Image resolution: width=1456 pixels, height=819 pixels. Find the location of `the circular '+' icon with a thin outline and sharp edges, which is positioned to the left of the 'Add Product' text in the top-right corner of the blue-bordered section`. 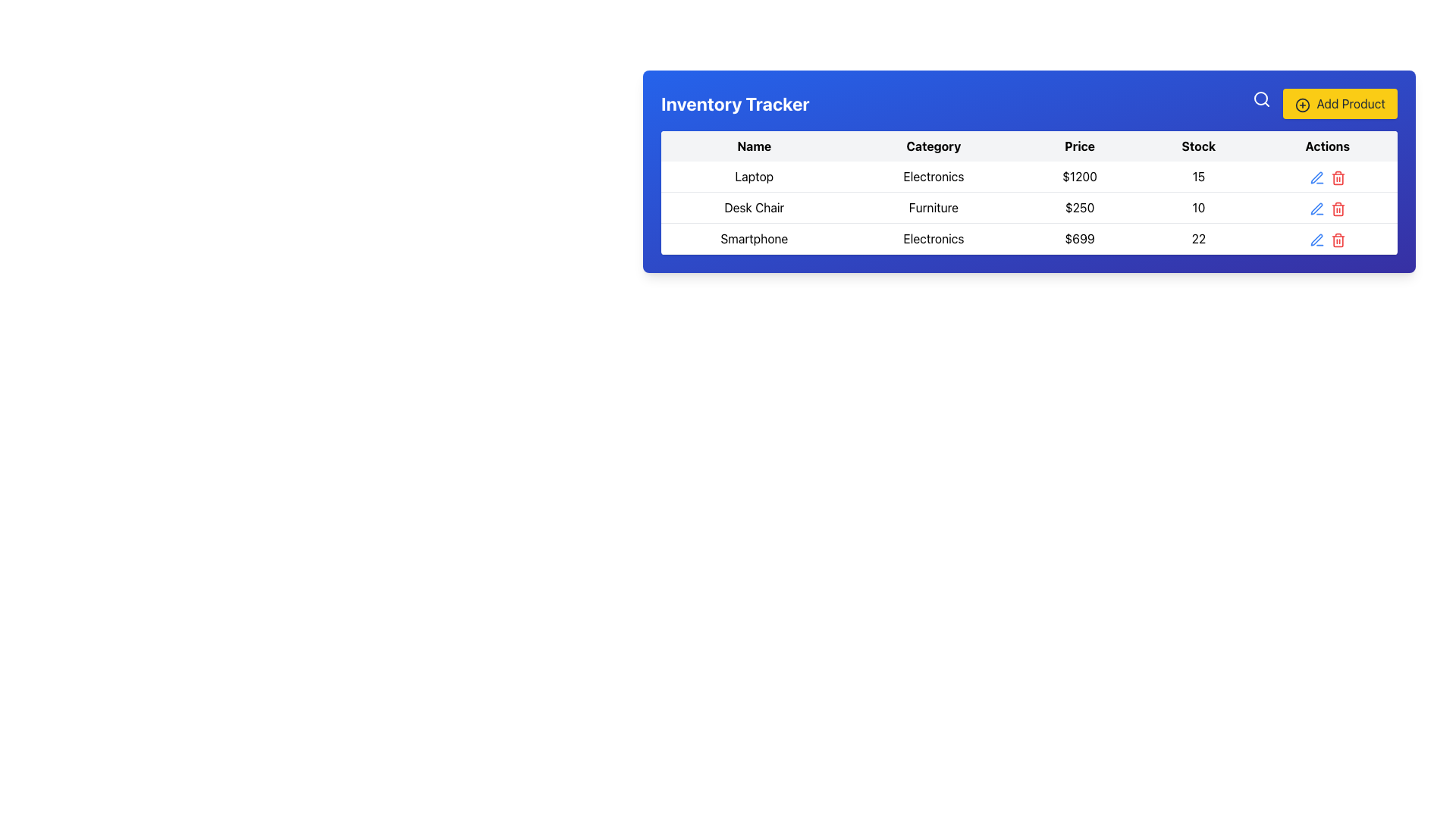

the circular '+' icon with a thin outline and sharp edges, which is positioned to the left of the 'Add Product' text in the top-right corner of the blue-bordered section is located at coordinates (1302, 104).